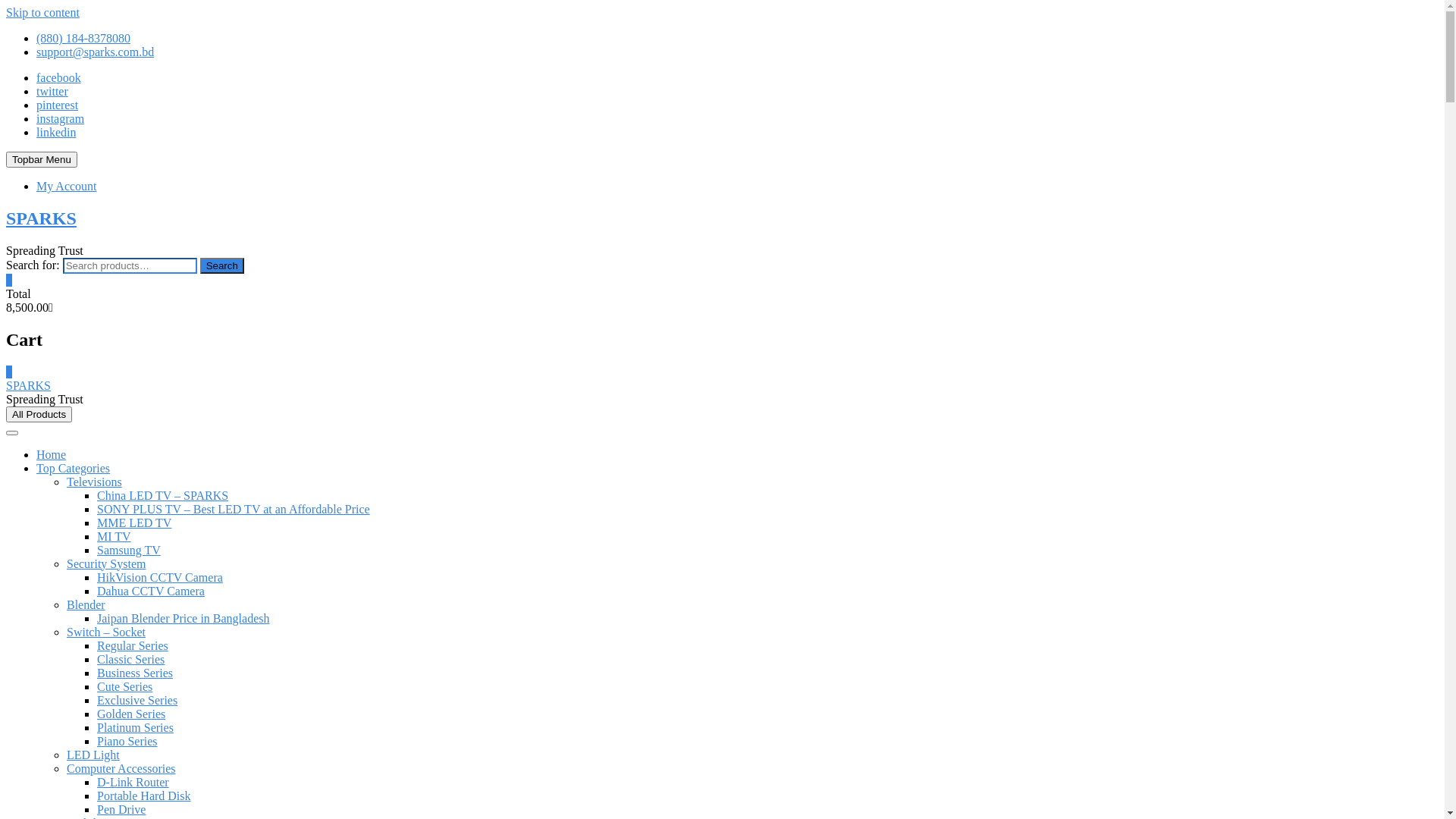  I want to click on 'Search', so click(221, 265).